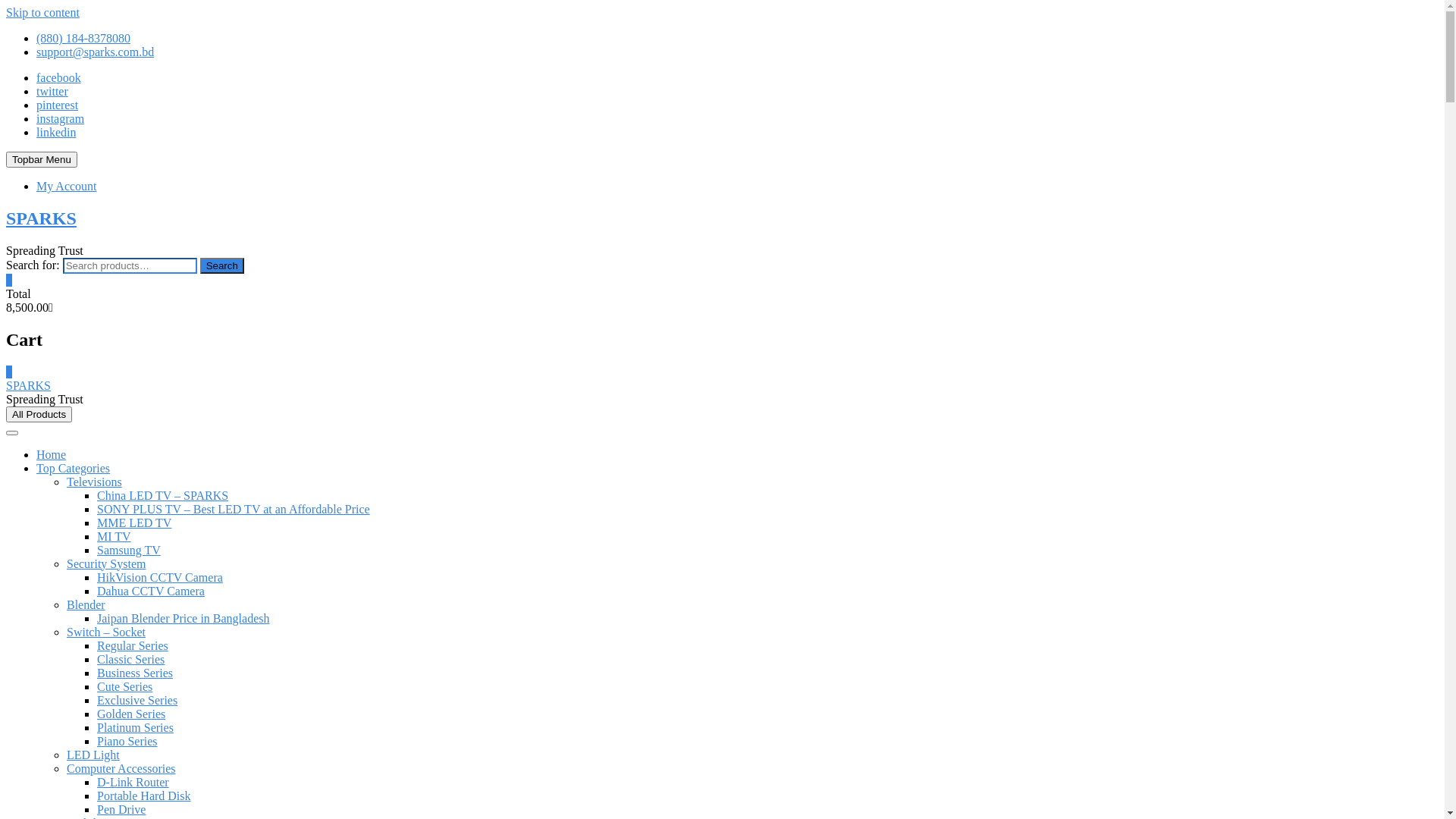  I want to click on 'Search', so click(221, 265).